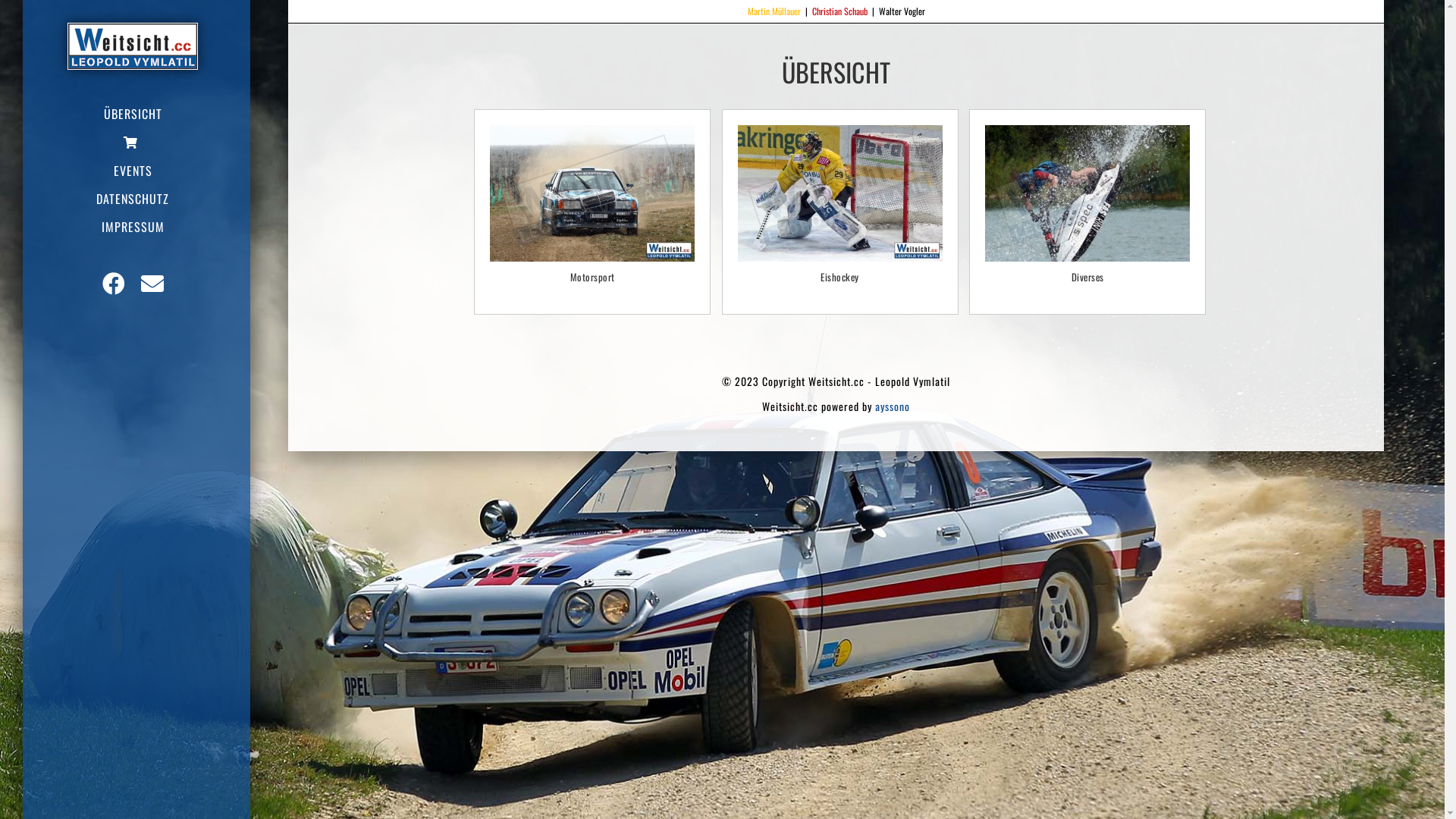 The width and height of the screenshot is (1456, 819). What do you see at coordinates (901, 11) in the screenshot?
I see `'Walter Vogler'` at bounding box center [901, 11].